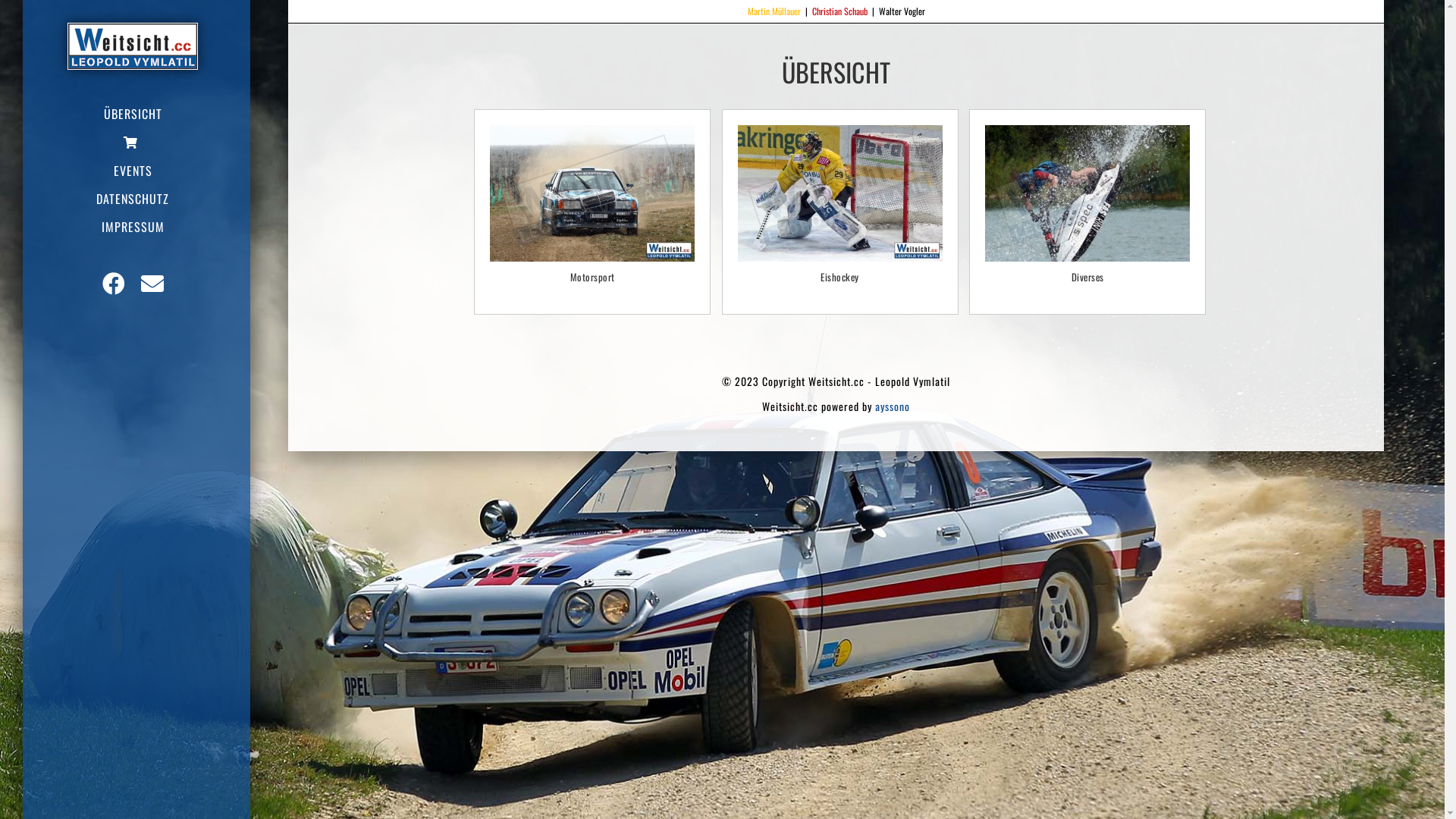 The width and height of the screenshot is (1456, 819). What do you see at coordinates (901, 11) in the screenshot?
I see `'Walter Vogler'` at bounding box center [901, 11].